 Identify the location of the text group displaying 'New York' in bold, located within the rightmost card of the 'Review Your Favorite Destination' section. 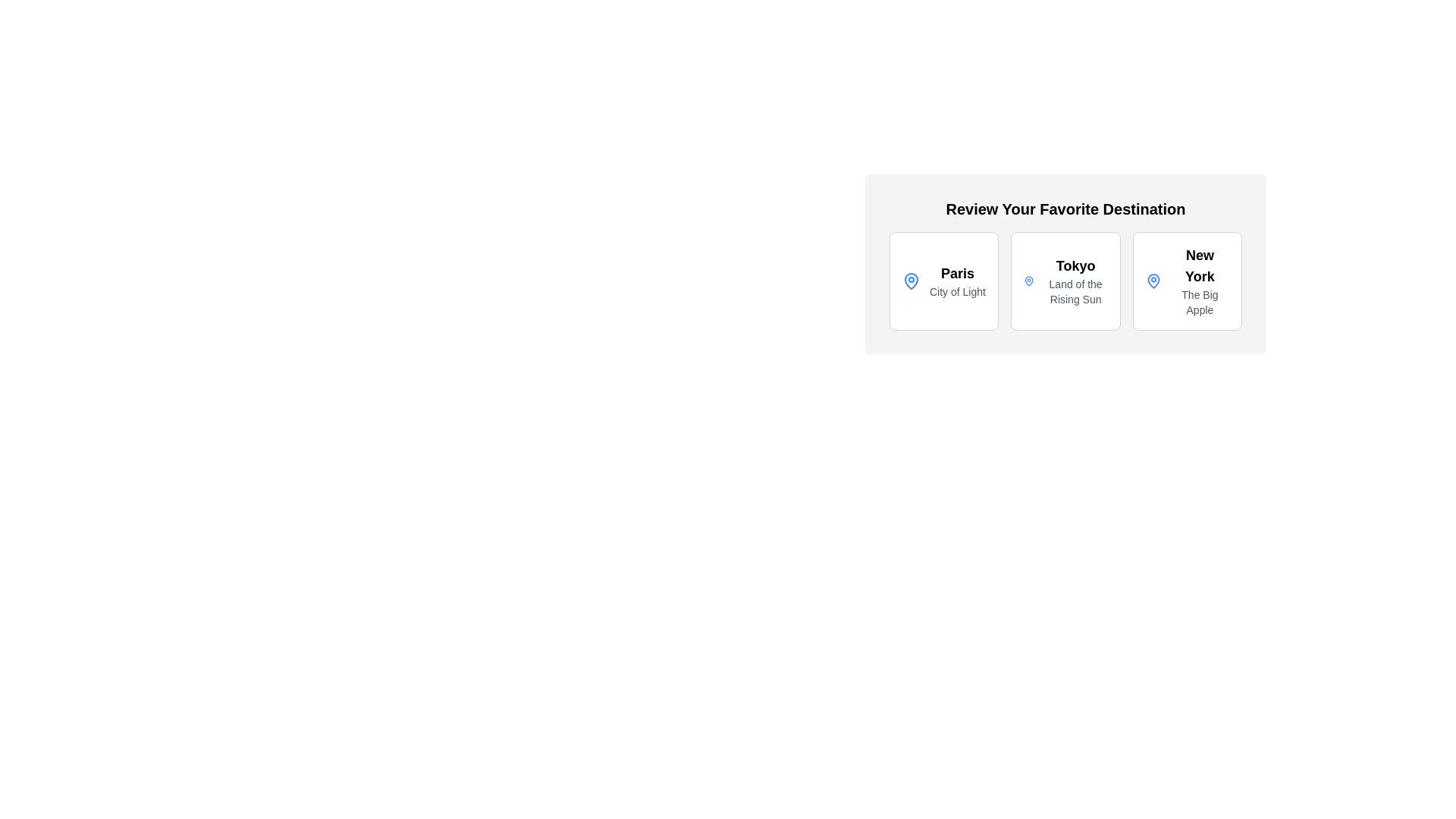
(1199, 281).